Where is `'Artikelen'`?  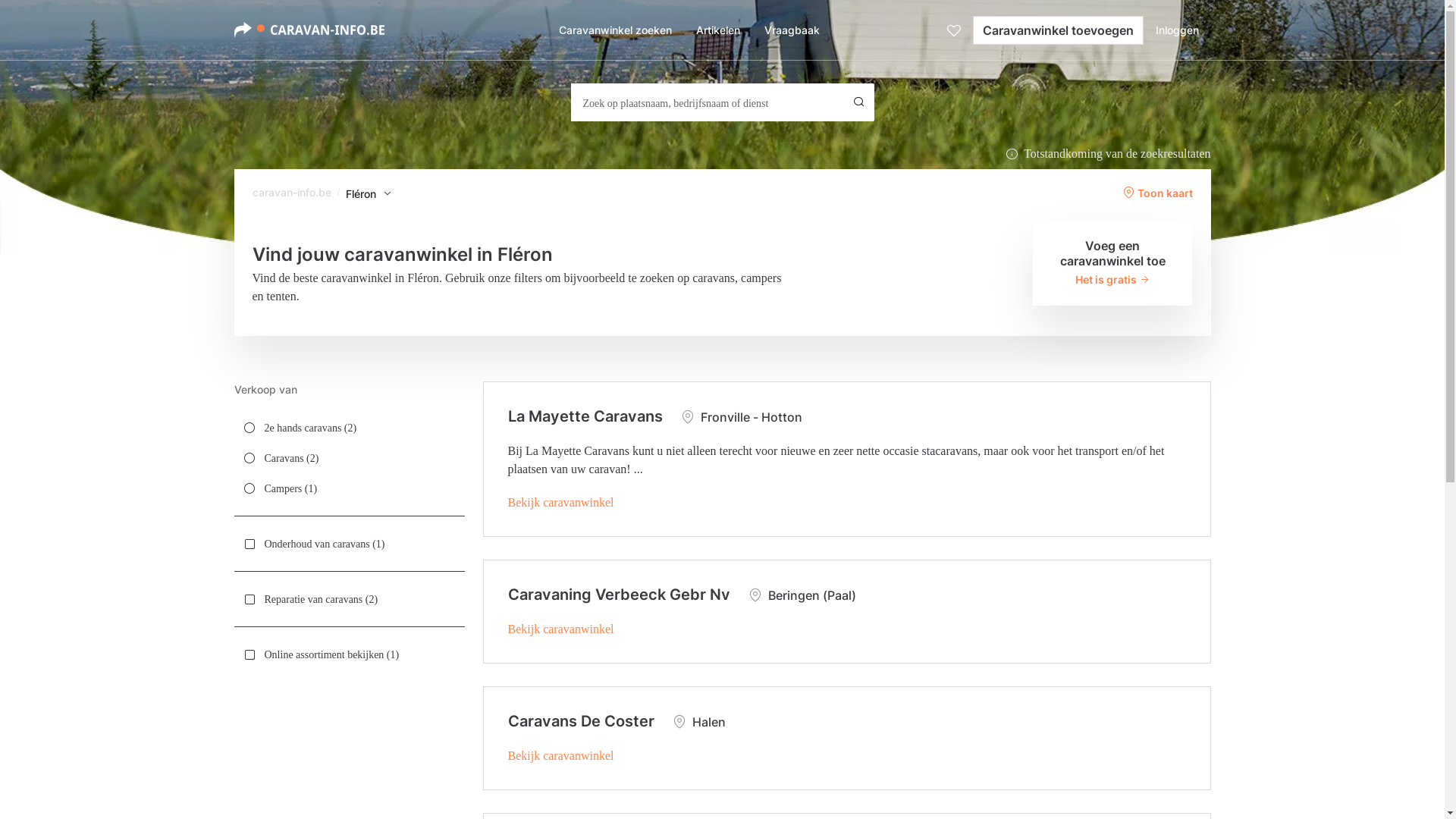 'Artikelen' is located at coordinates (717, 30).